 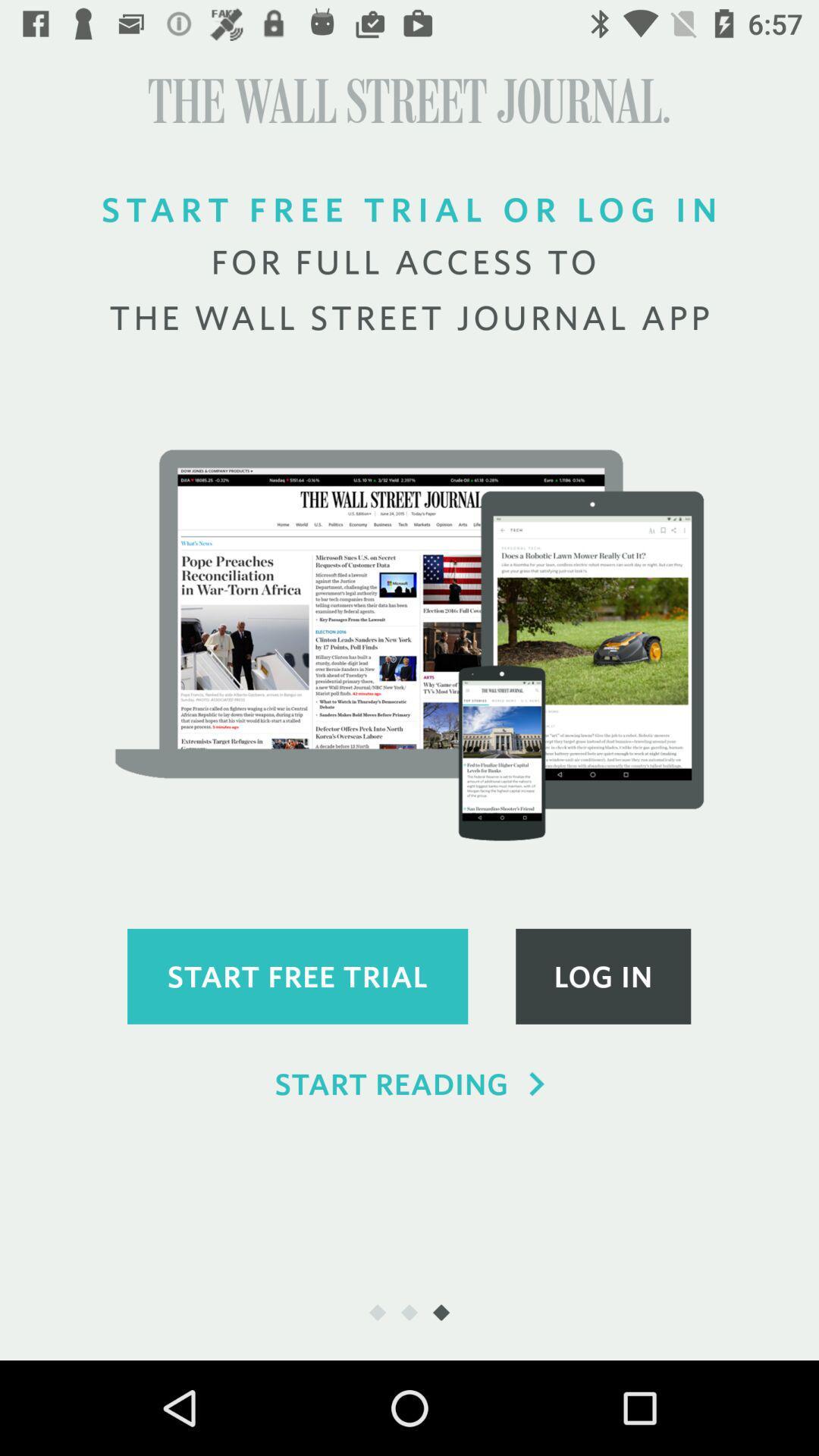 What do you see at coordinates (409, 1084) in the screenshot?
I see `start reading` at bounding box center [409, 1084].